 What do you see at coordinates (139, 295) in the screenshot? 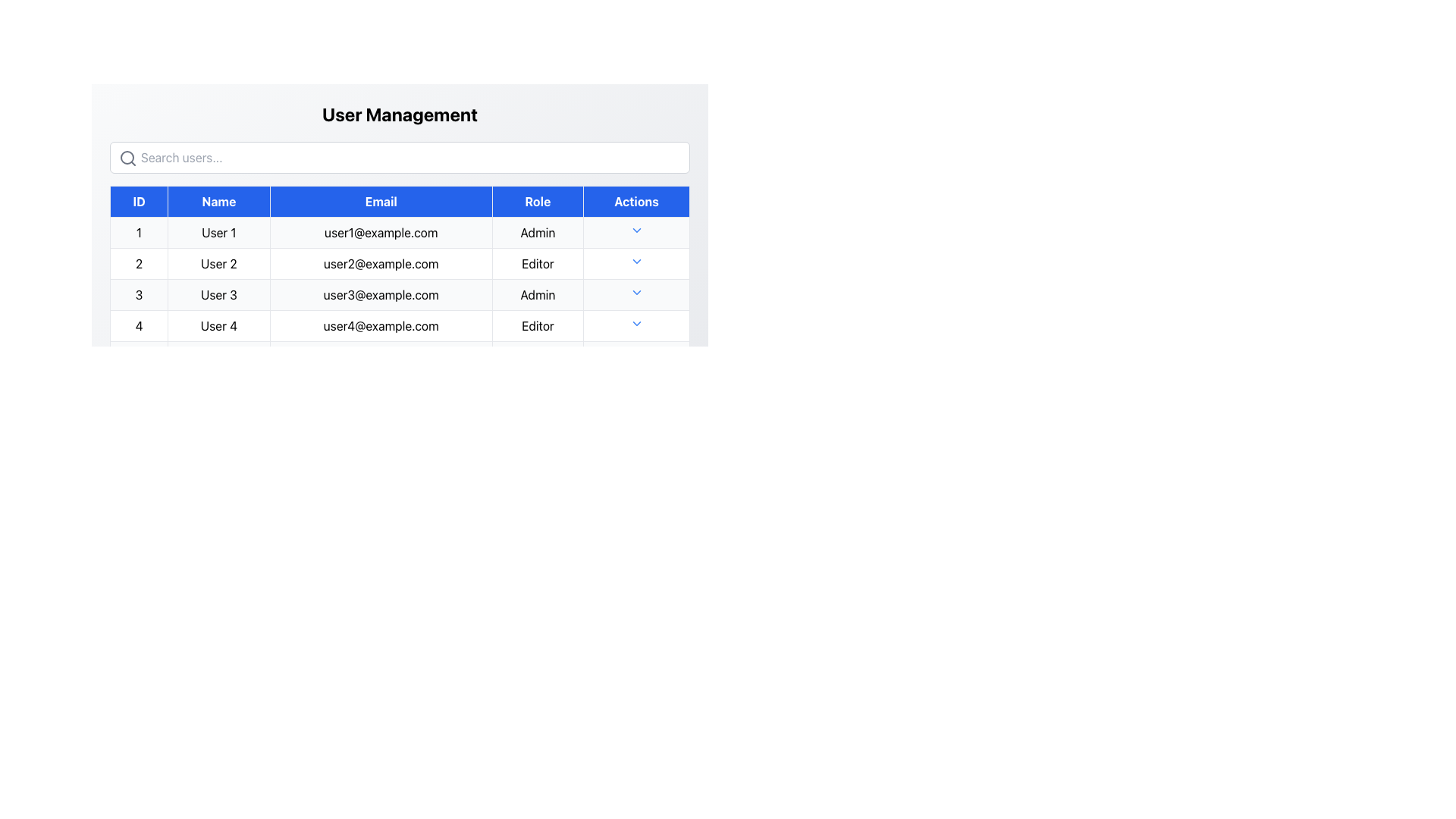
I see `the numerical digit '3' inside the bordered cell in the 'ID' column of the table, which corresponds to 'User 3'` at bounding box center [139, 295].